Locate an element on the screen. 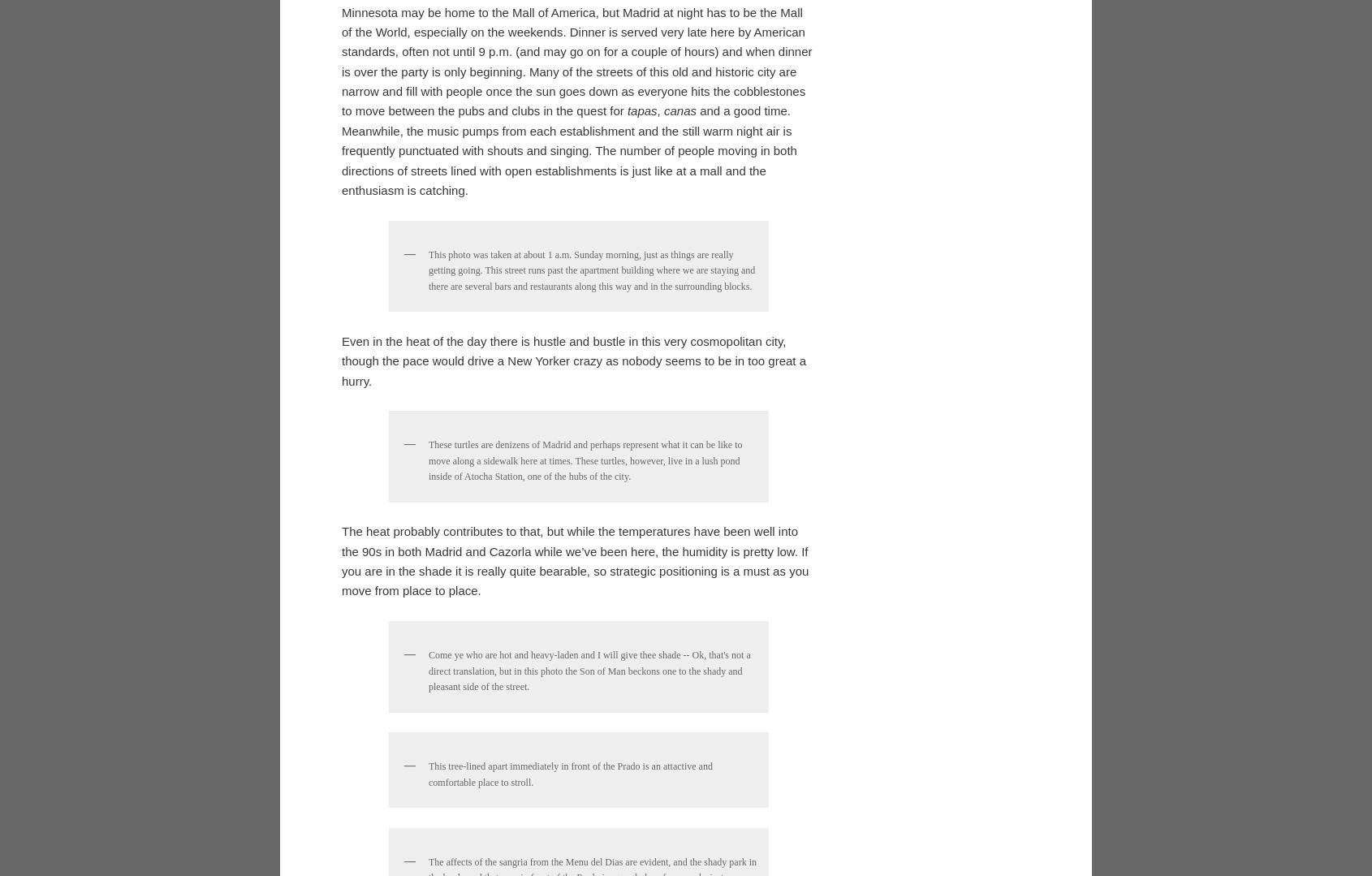 The width and height of the screenshot is (1372, 876). 'by' is located at coordinates (455, 451).